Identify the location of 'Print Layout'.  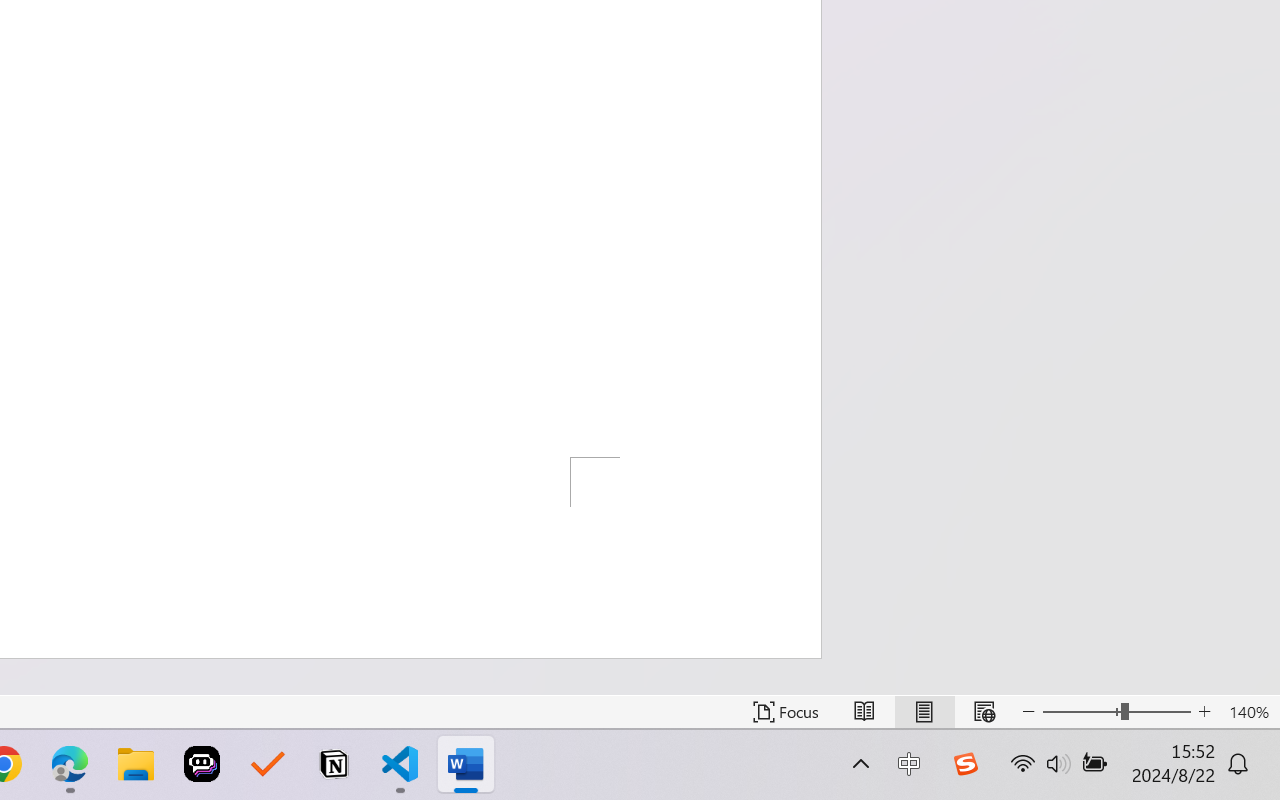
(923, 711).